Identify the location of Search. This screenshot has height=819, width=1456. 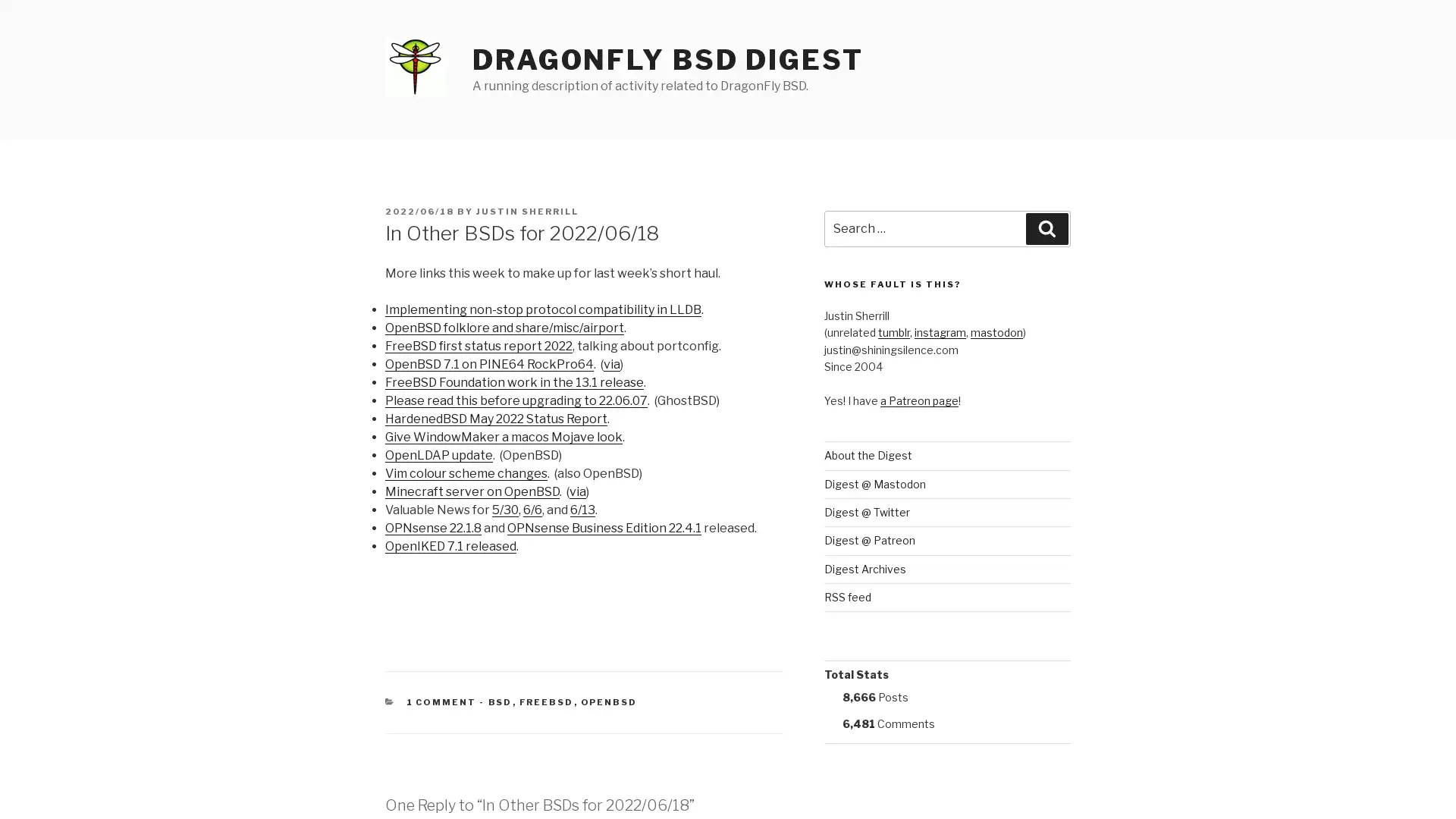
(1046, 228).